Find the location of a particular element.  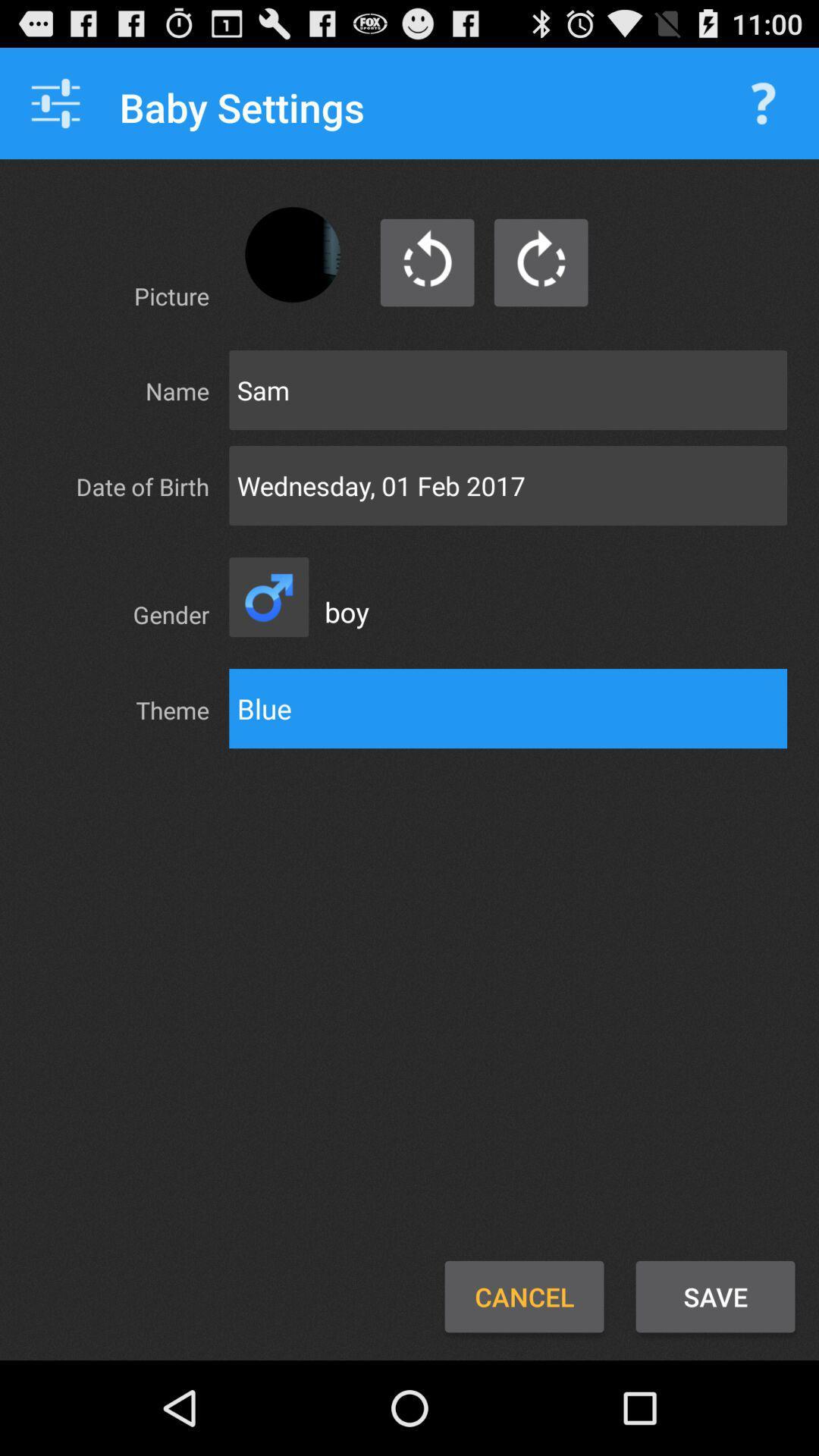

last picture is located at coordinates (427, 262).